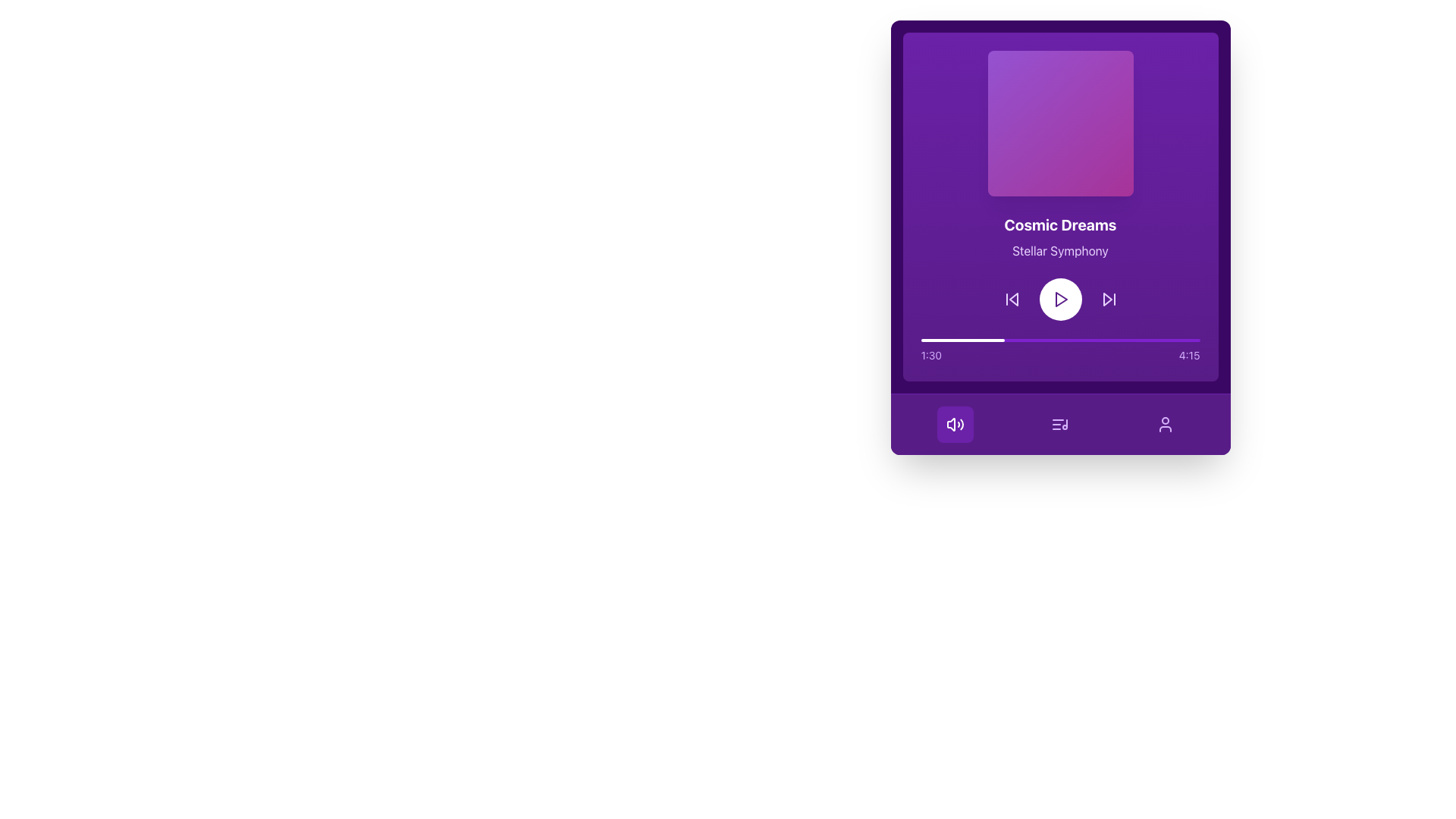 This screenshot has width=1456, height=819. What do you see at coordinates (930, 339) in the screenshot?
I see `playback time` at bounding box center [930, 339].